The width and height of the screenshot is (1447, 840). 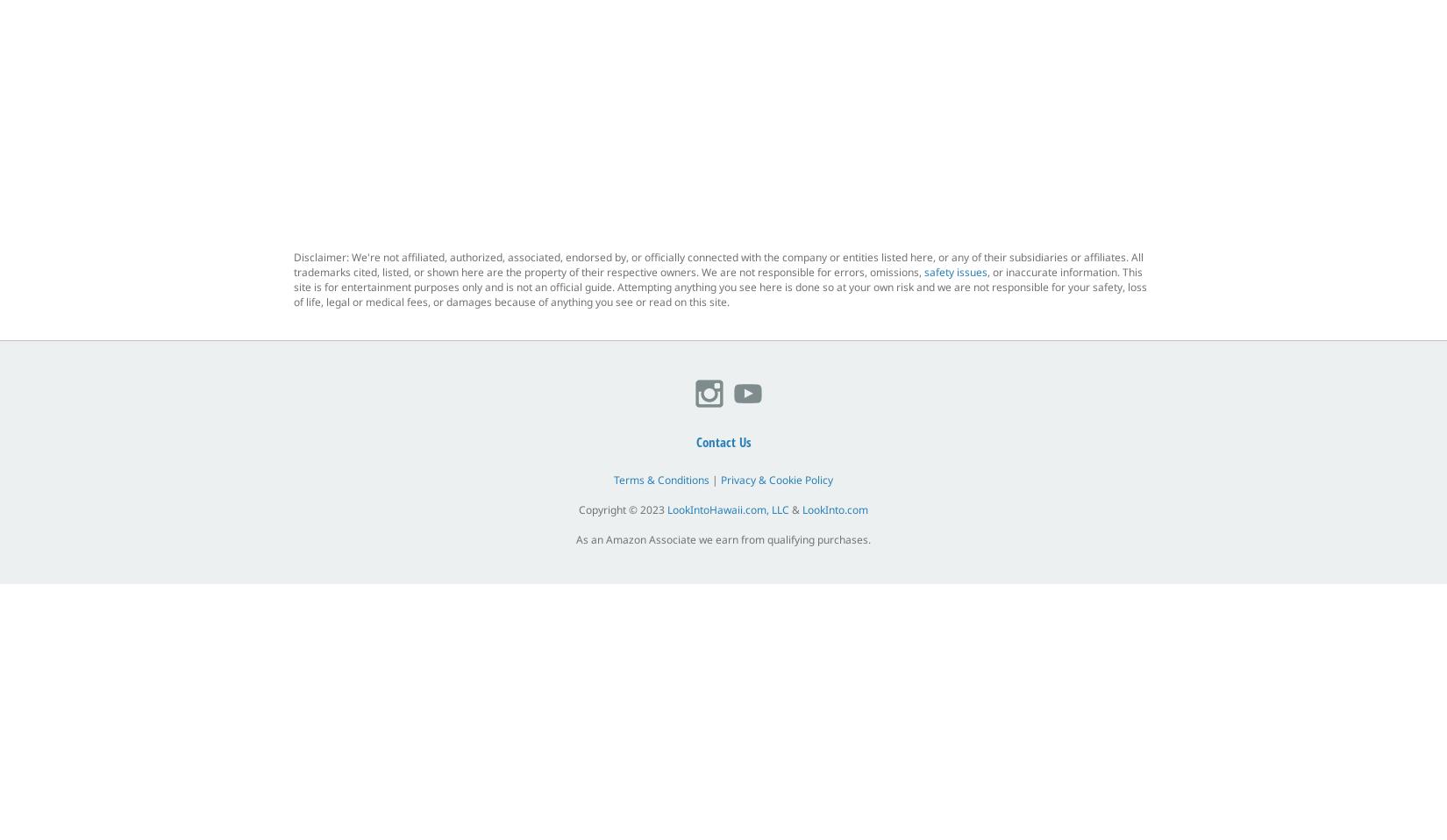 I want to click on 'LookIntoHawaii.com, LLC', so click(x=728, y=509).